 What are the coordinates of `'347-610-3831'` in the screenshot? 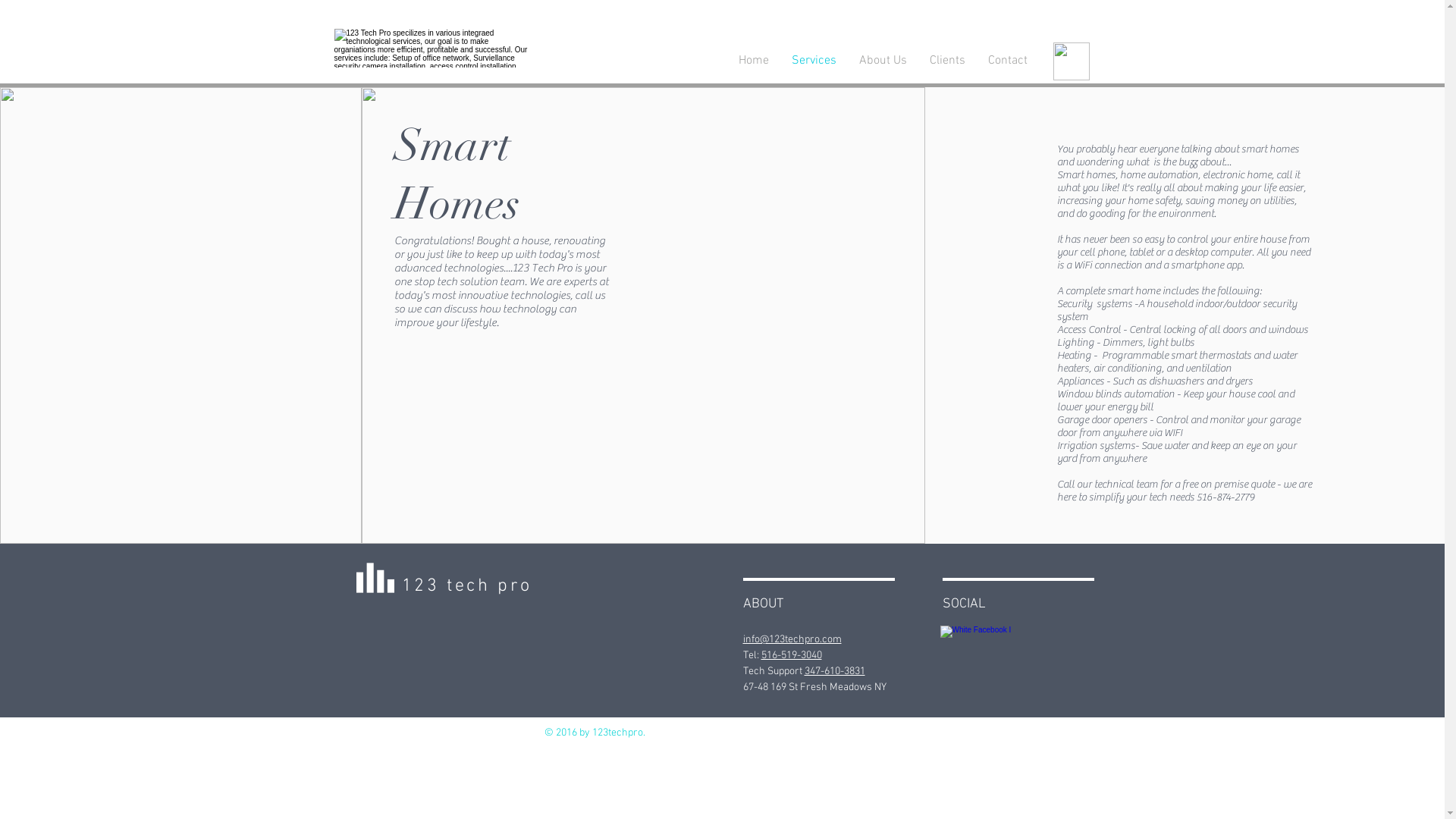 It's located at (833, 670).